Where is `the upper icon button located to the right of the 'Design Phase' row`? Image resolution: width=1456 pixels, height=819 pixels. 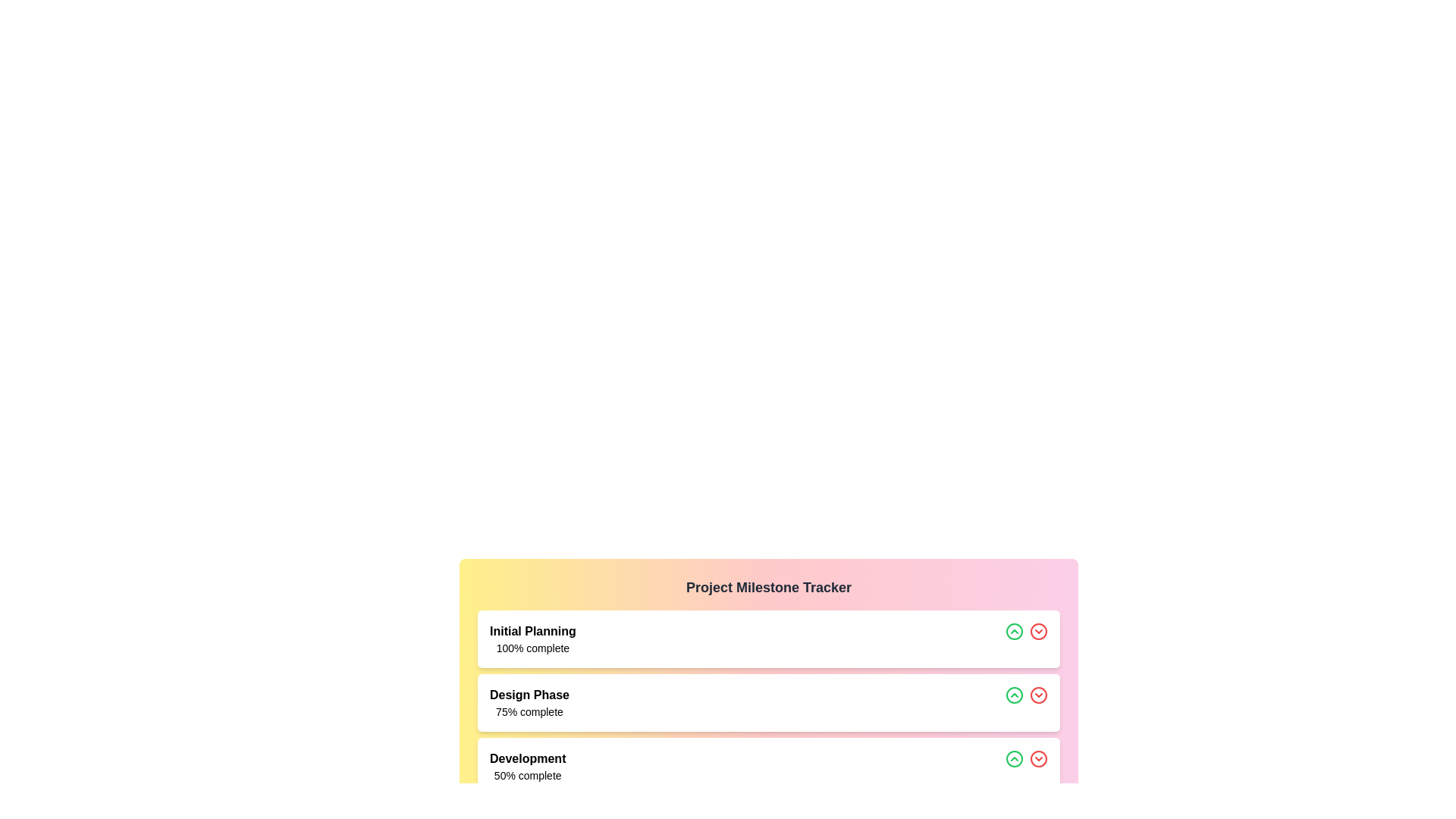
the upper icon button located to the right of the 'Design Phase' row is located at coordinates (1015, 632).